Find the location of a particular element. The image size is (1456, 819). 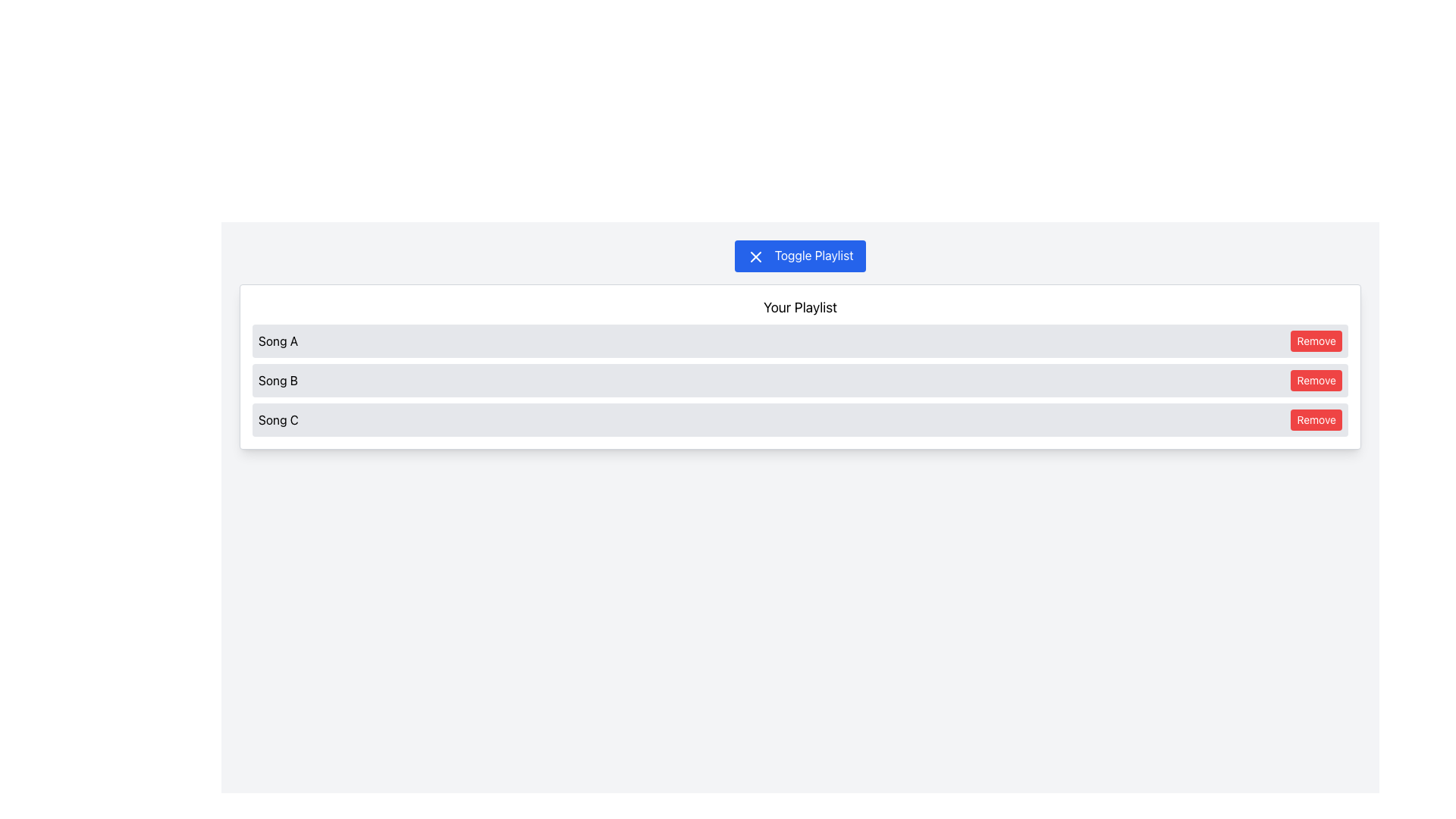

the Static Text element displaying 'Song C', which is part of a list layout with a light gray background, located at the bottommost row of song entries is located at coordinates (278, 419).